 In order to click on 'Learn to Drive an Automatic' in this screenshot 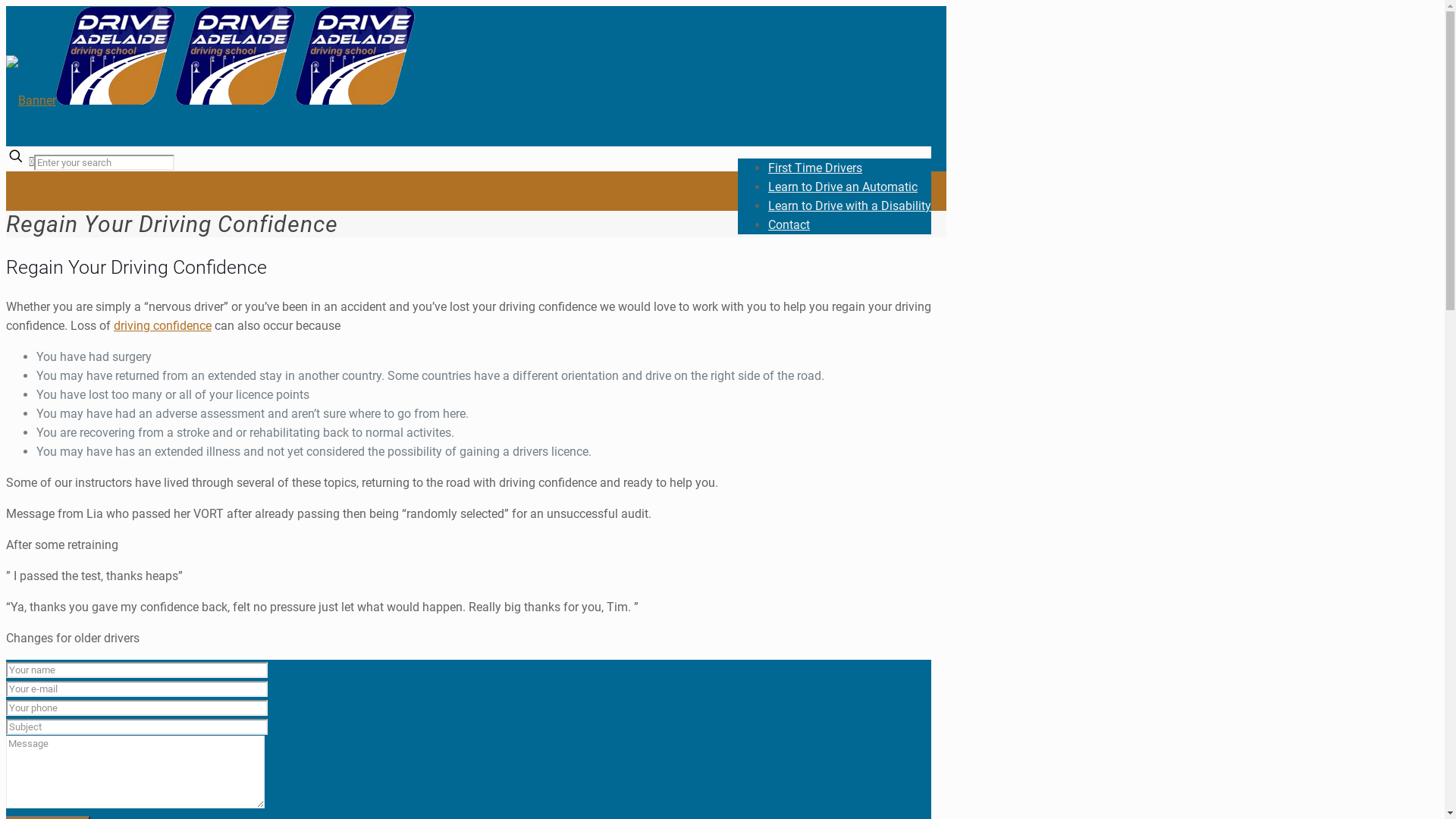, I will do `click(842, 186)`.